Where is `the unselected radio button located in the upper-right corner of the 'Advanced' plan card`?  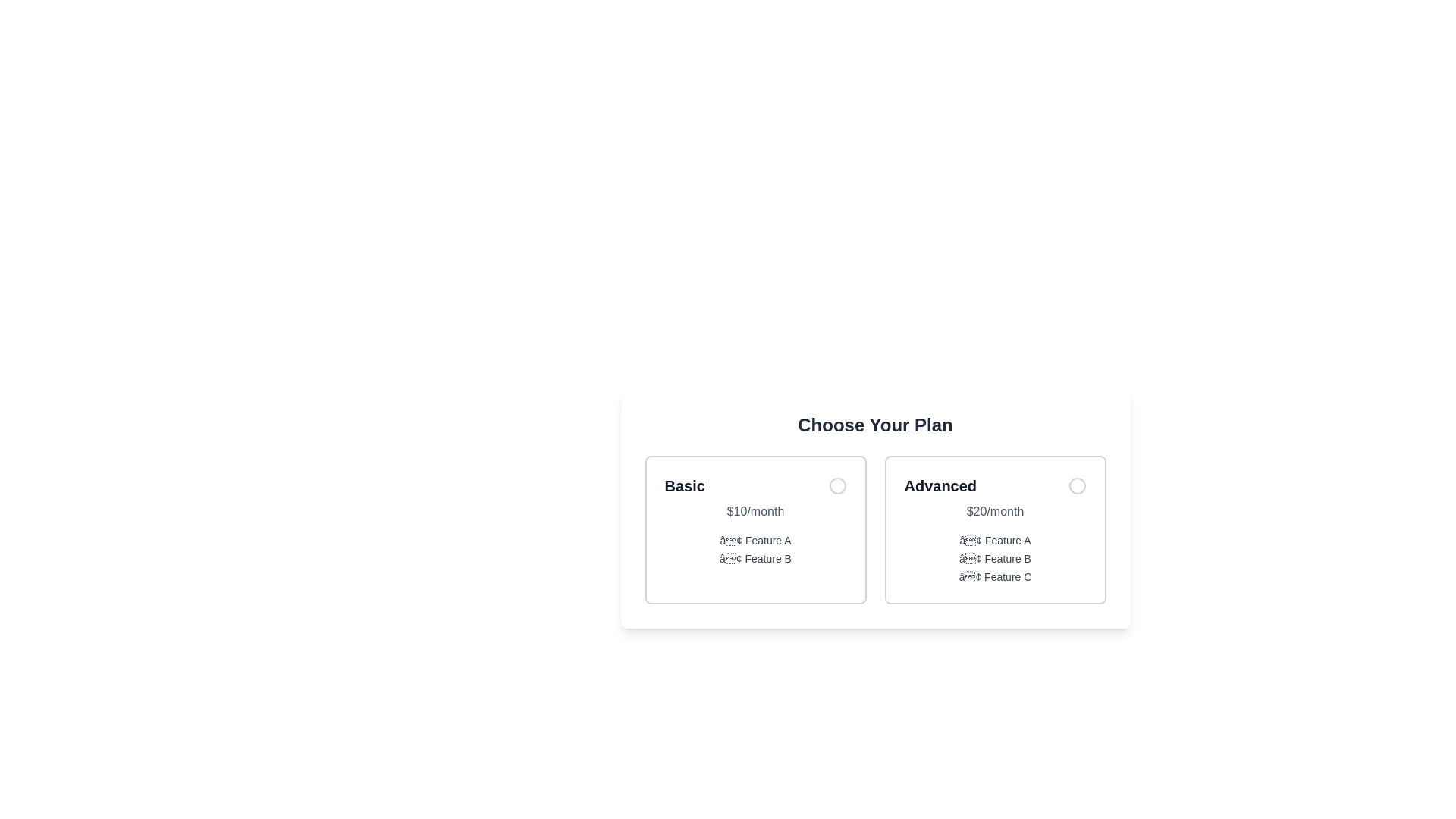
the unselected radio button located in the upper-right corner of the 'Advanced' plan card is located at coordinates (1076, 485).